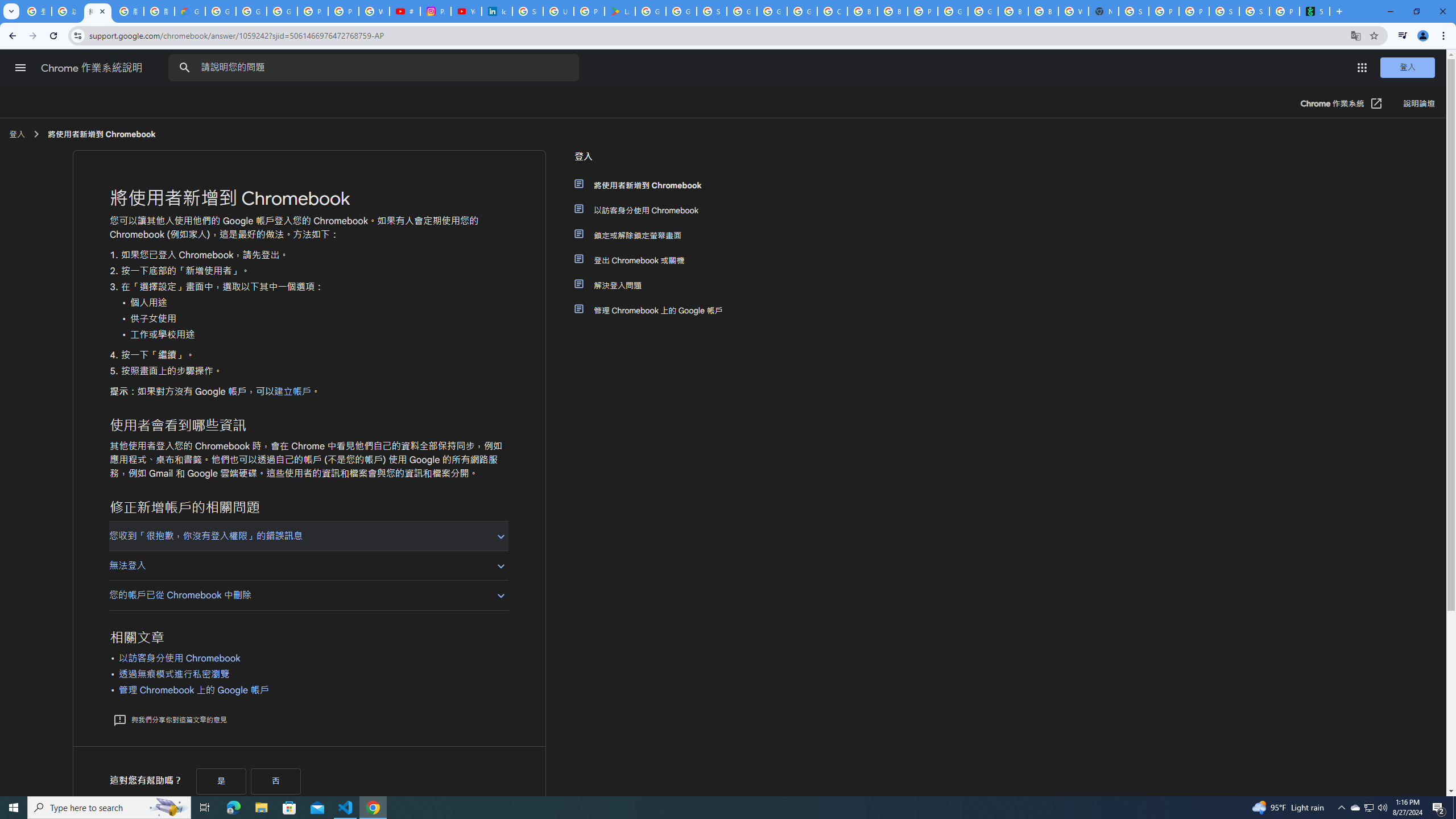  What do you see at coordinates (953, 11) in the screenshot?
I see `'Google Cloud Platform'` at bounding box center [953, 11].